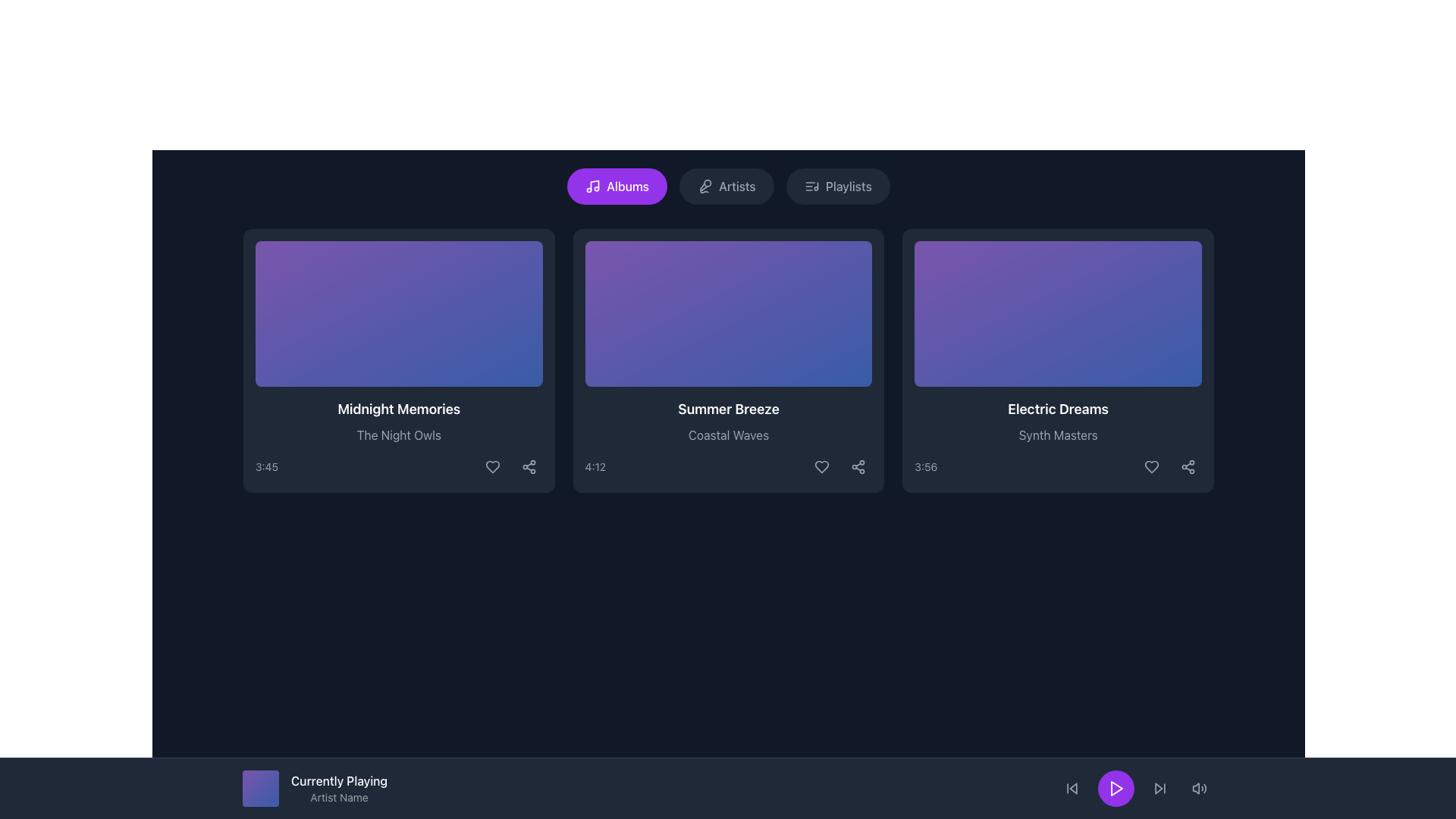  What do you see at coordinates (1187, 466) in the screenshot?
I see `the share-like icon button located at the bottom right corner of the 'Electric Dreams' card in the album grid` at bounding box center [1187, 466].